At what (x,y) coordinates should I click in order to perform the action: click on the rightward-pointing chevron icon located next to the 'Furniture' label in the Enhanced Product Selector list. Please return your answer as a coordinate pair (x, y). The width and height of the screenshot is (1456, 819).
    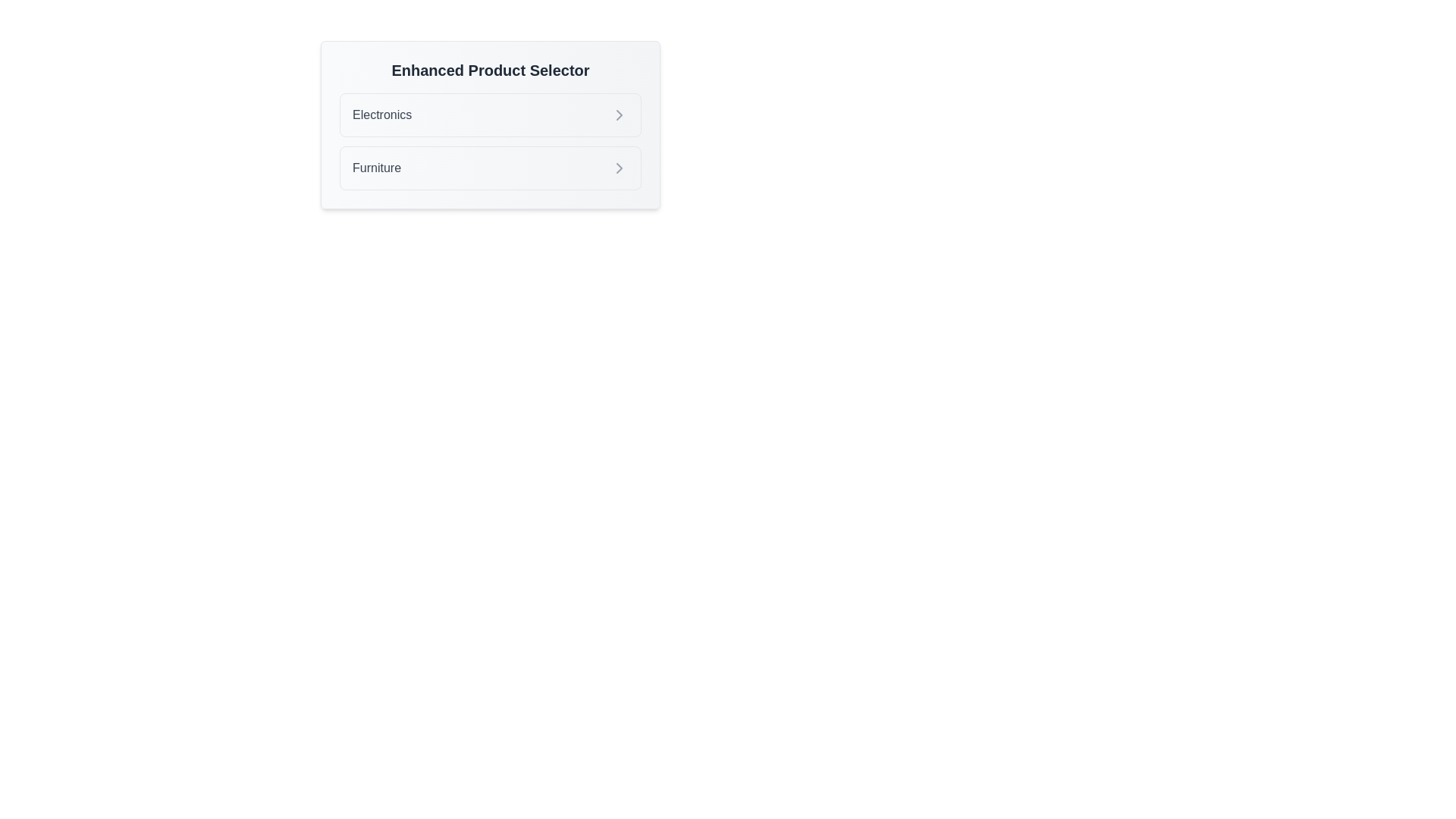
    Looking at the image, I should click on (619, 168).